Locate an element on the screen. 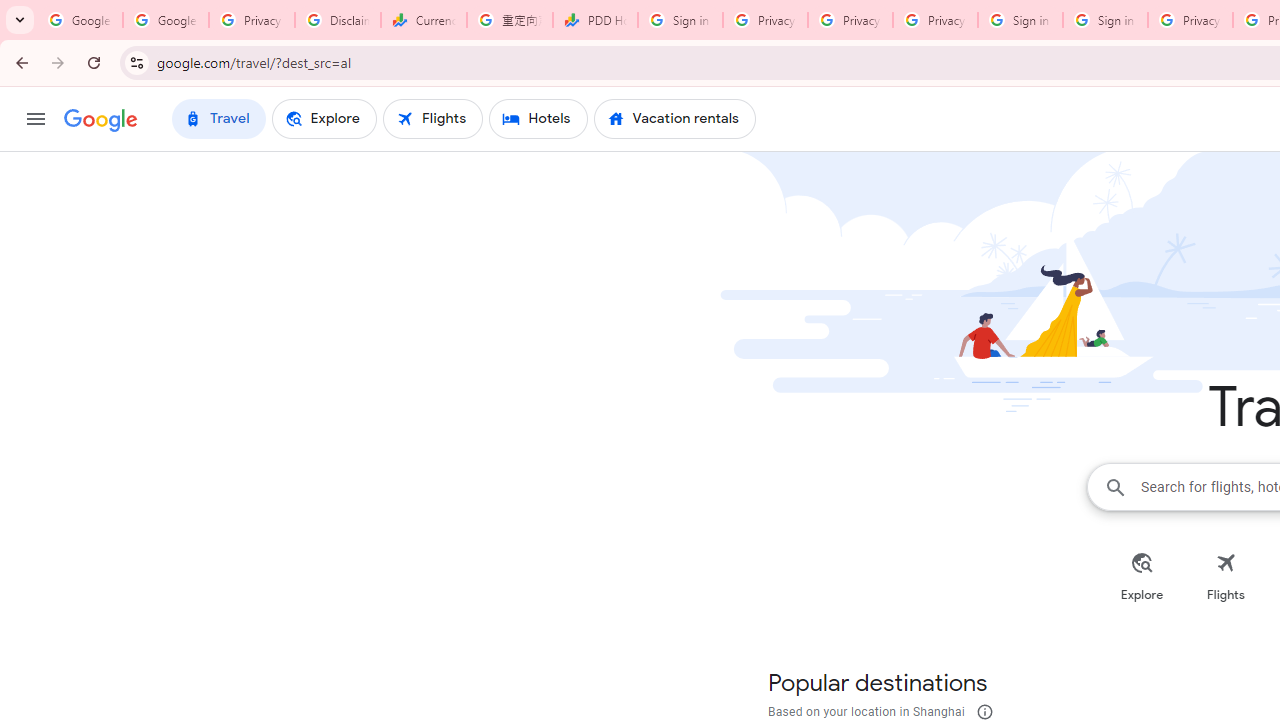 This screenshot has height=720, width=1280. 'Sign in - Google Accounts' is located at coordinates (1104, 20).